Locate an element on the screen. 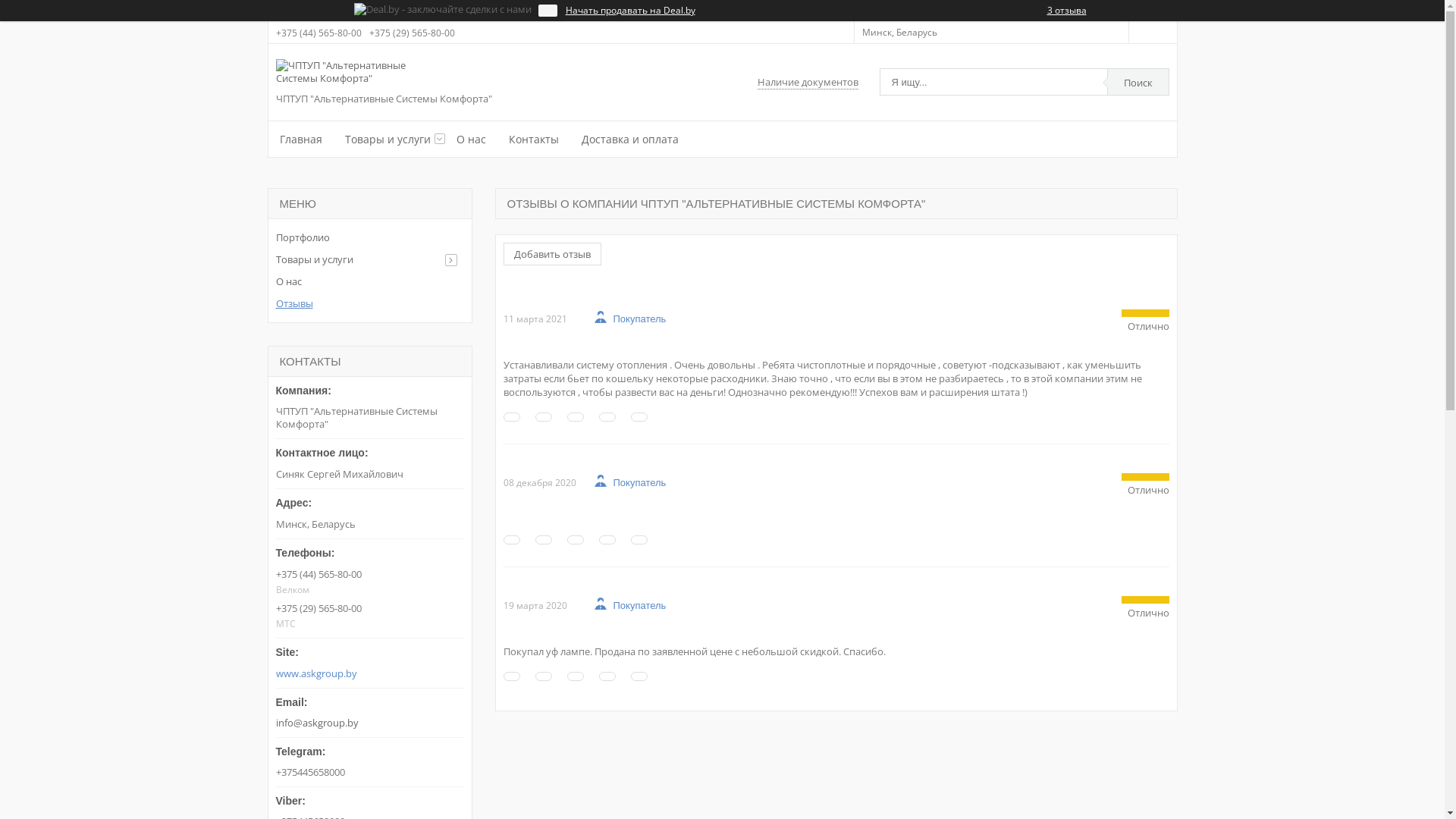 This screenshot has width=1456, height=819. 'info@askgroup.by' is located at coordinates (370, 708).